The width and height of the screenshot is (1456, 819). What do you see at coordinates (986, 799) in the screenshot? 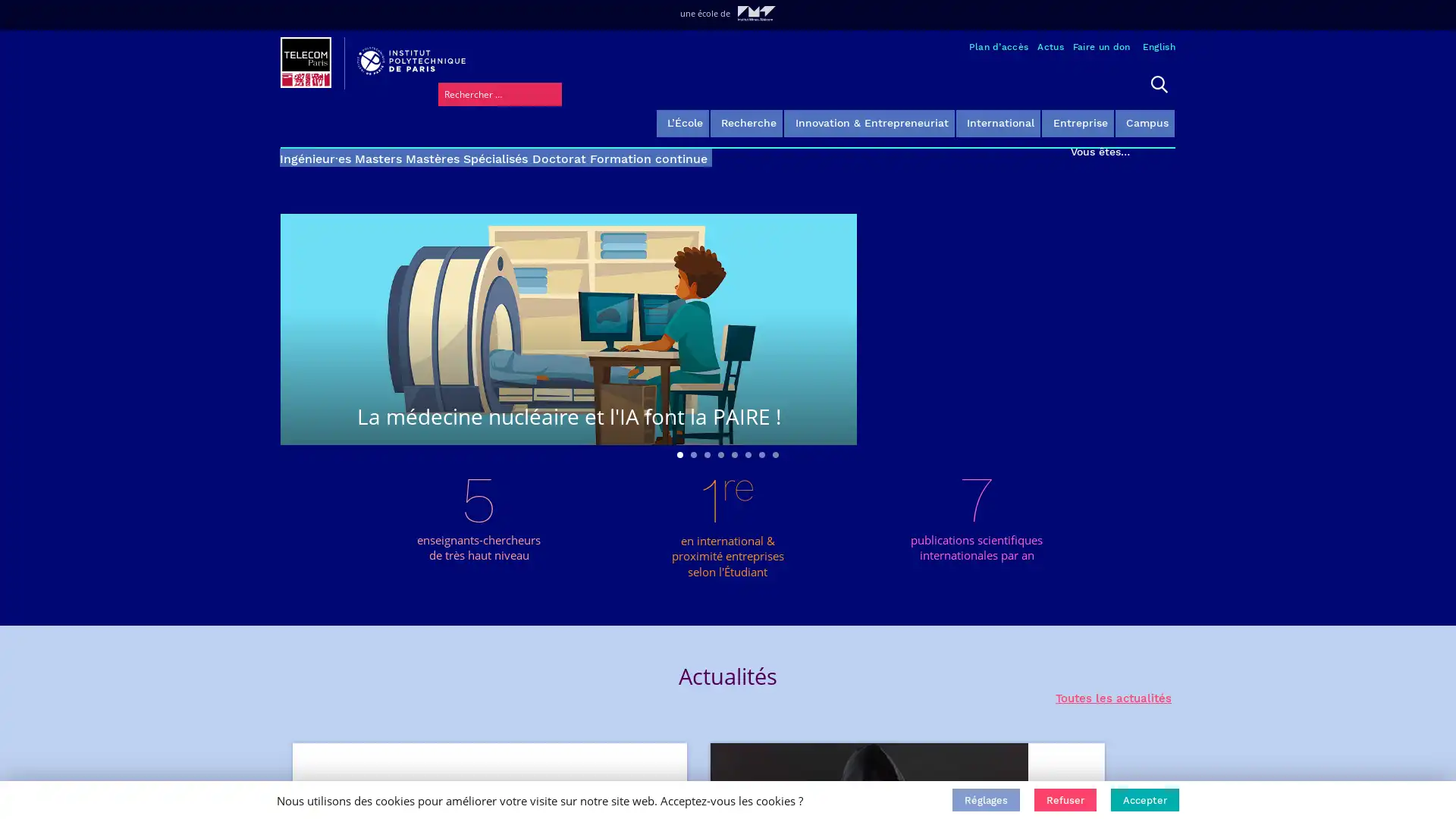
I see `Reglages` at bounding box center [986, 799].